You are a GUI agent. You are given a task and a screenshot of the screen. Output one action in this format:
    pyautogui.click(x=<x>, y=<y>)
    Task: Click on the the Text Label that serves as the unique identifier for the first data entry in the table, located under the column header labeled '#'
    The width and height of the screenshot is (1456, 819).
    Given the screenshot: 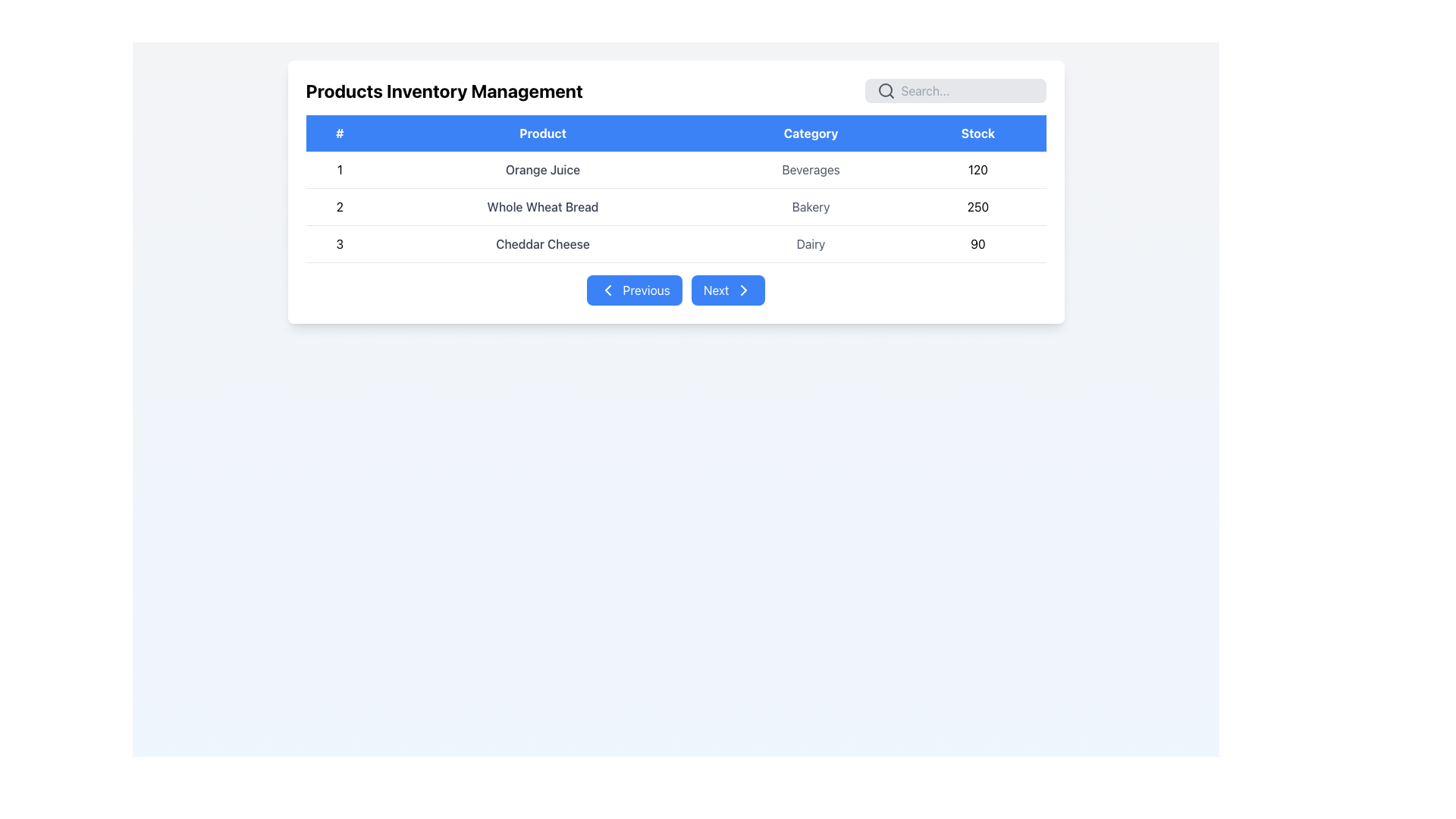 What is the action you would take?
    pyautogui.click(x=339, y=170)
    